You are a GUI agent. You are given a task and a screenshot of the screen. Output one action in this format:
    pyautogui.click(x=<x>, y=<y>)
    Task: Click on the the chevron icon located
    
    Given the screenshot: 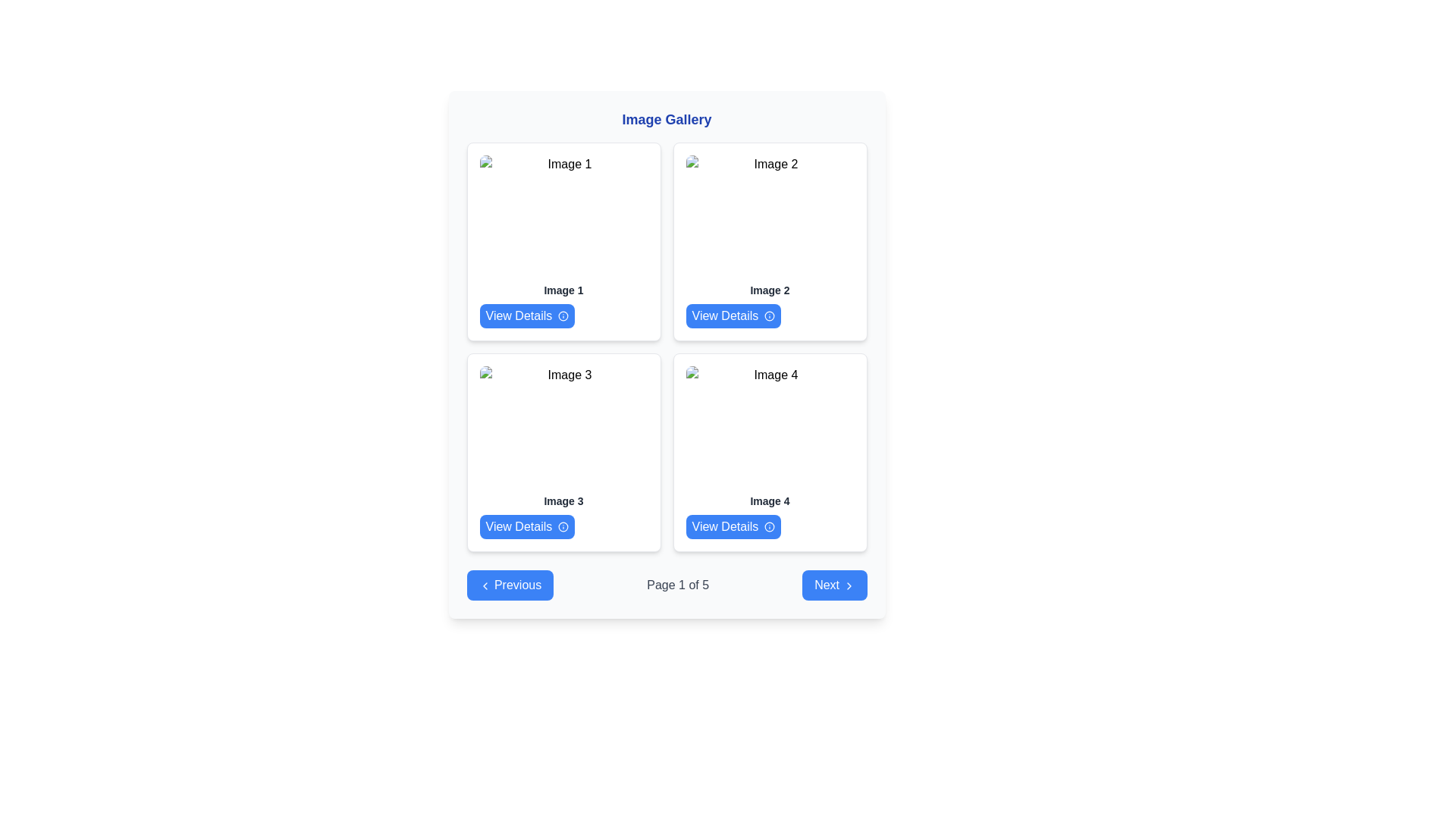 What is the action you would take?
    pyautogui.click(x=484, y=585)
    